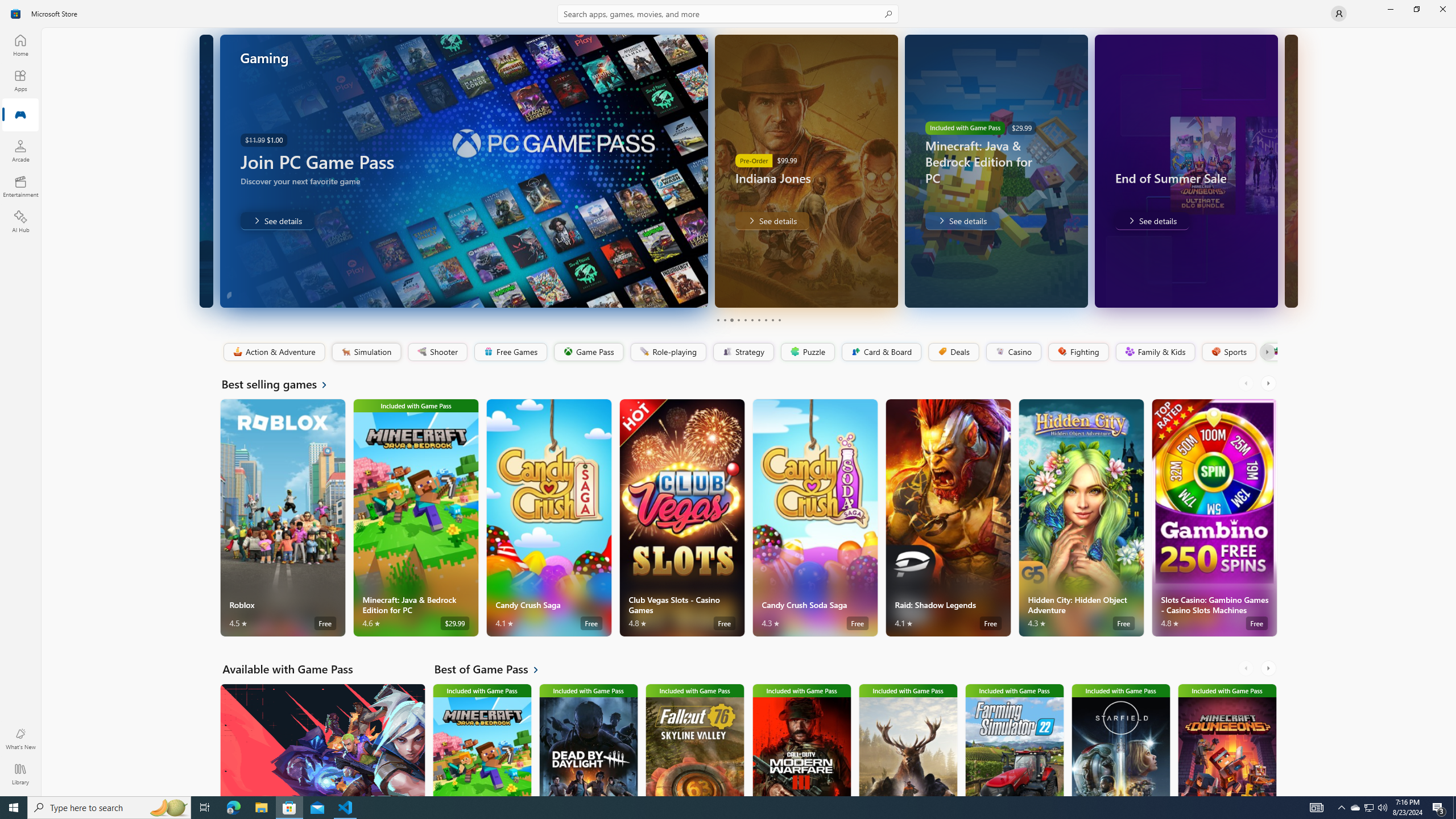 This screenshot has width=1456, height=819. I want to click on 'Page 3', so click(731, 320).